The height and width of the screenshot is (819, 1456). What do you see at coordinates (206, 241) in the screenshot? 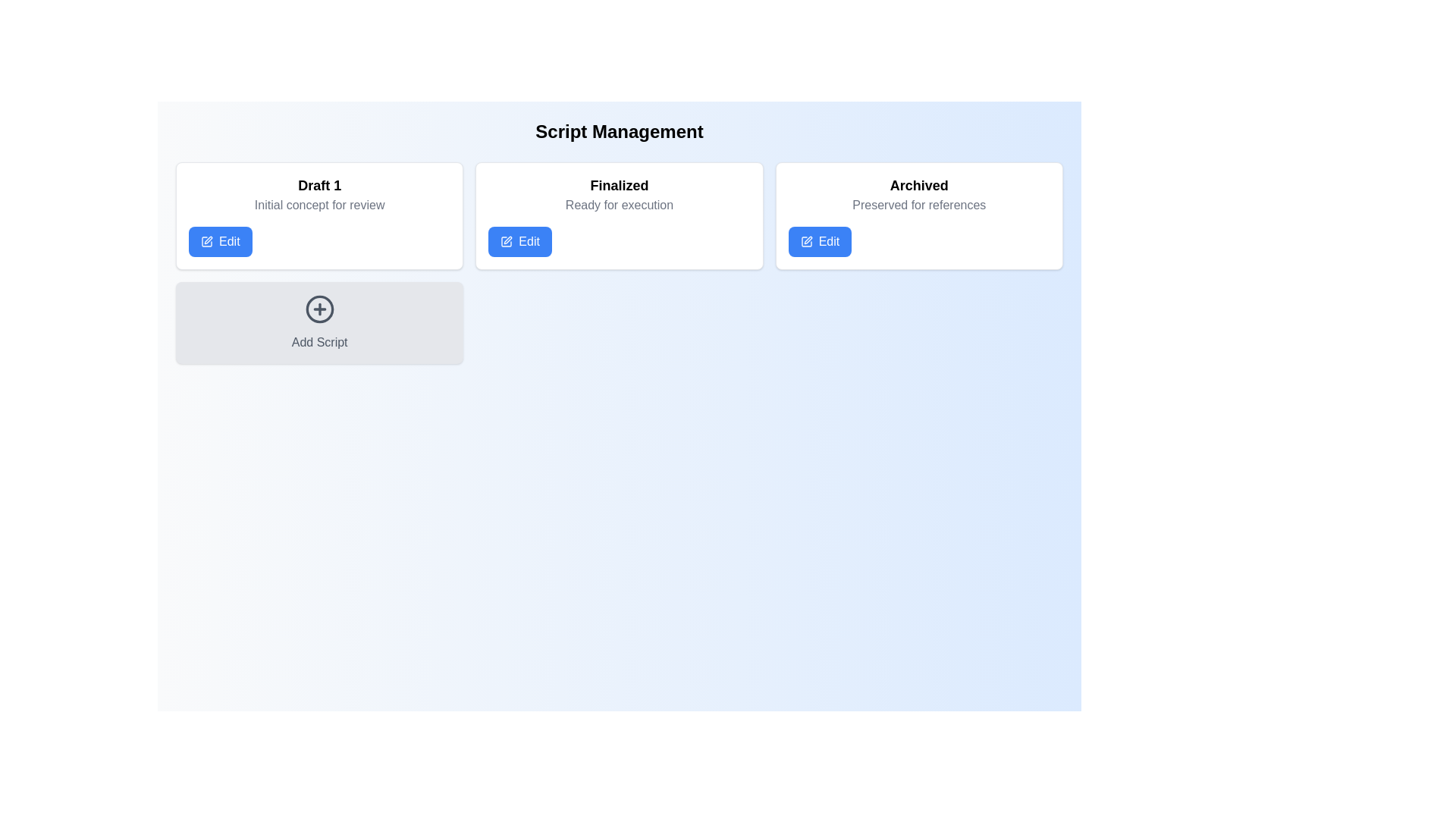
I see `the blue 'Edit' button which contains a small SVG icon resembling a pen within a square outline, located at the bottom of the card titled 'Draft 1'` at bounding box center [206, 241].